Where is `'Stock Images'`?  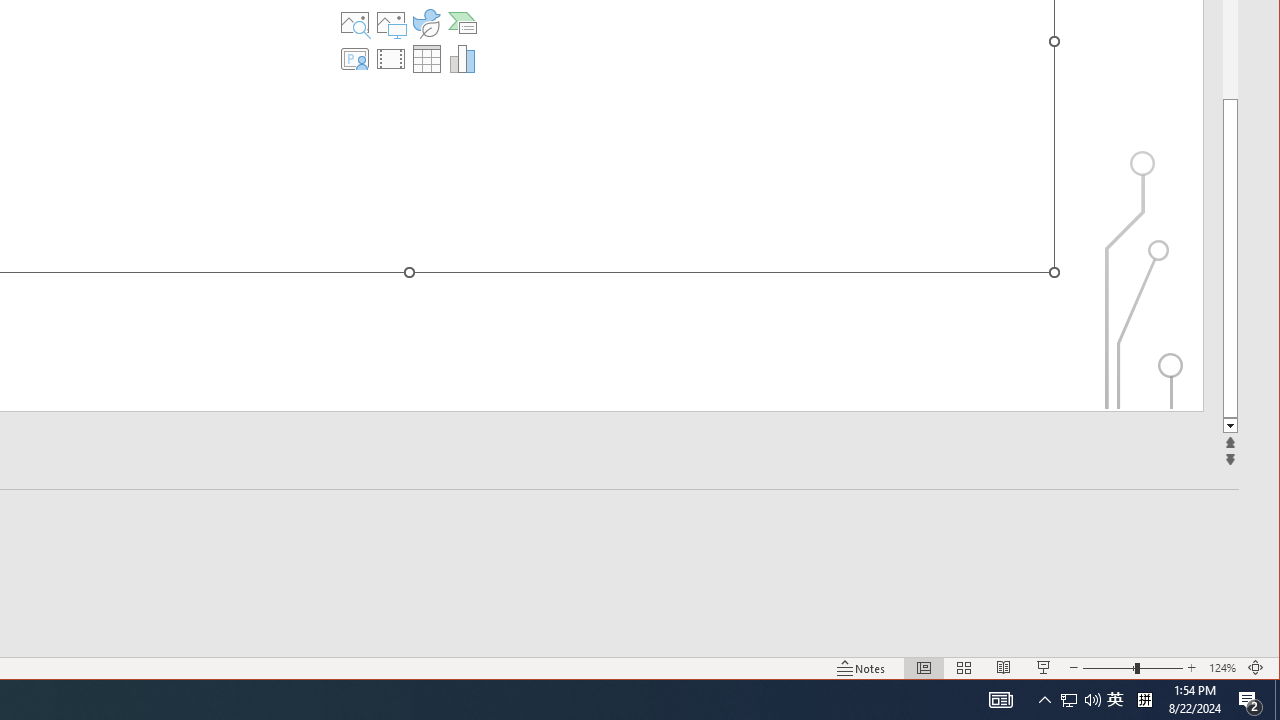 'Stock Images' is located at coordinates (355, 23).